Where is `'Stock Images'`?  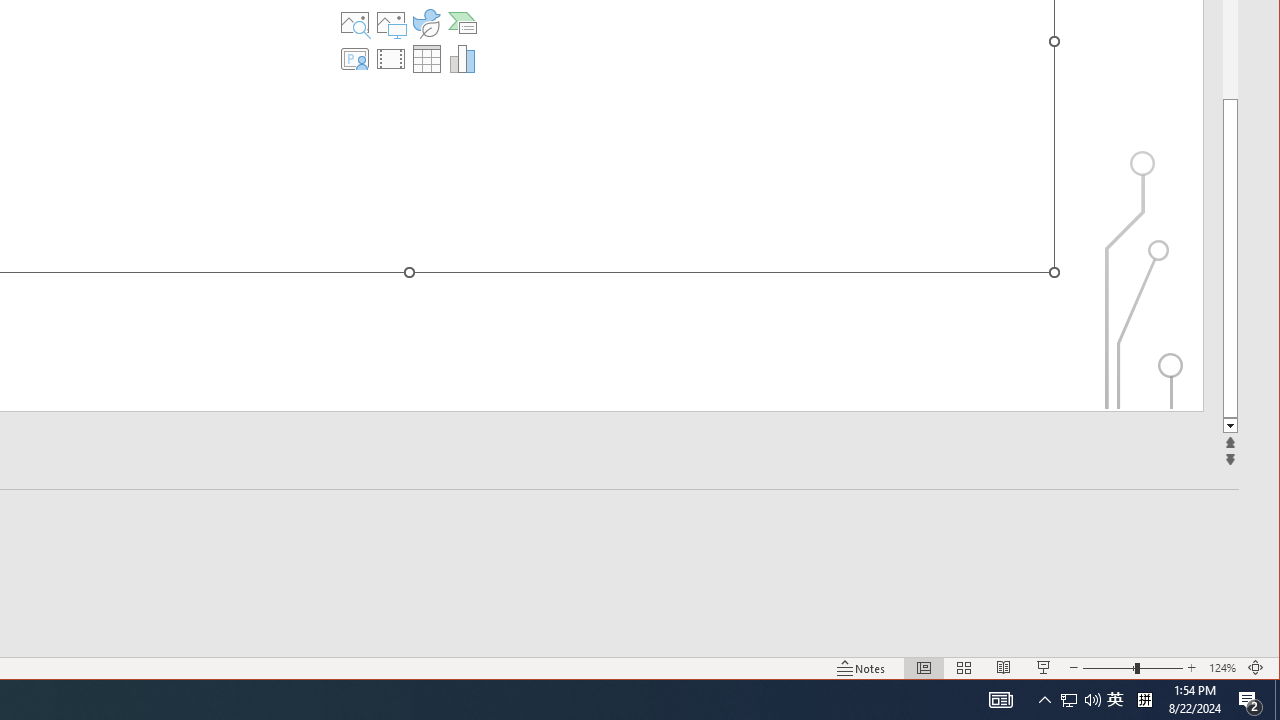 'Stock Images' is located at coordinates (355, 23).